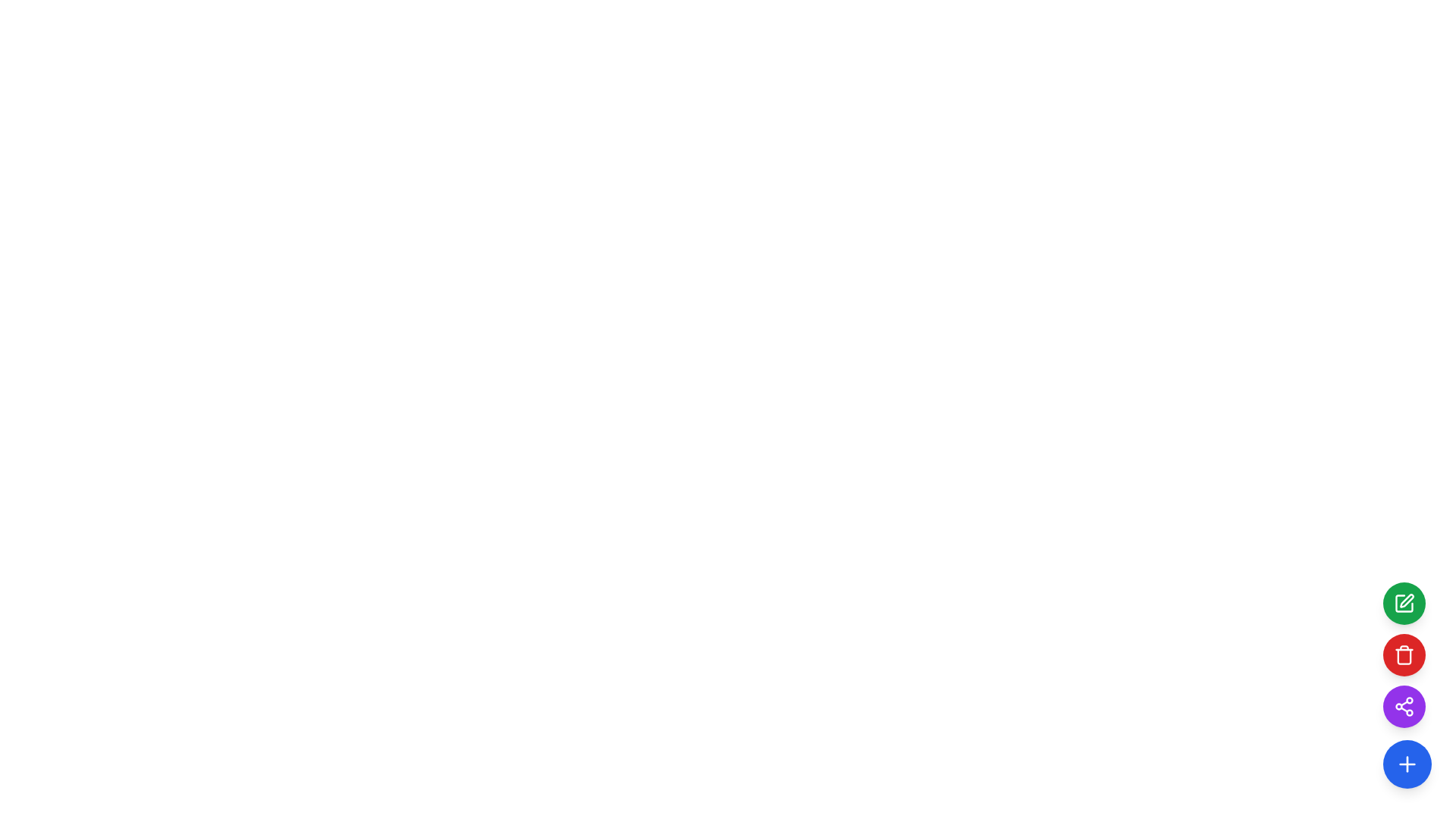  What do you see at coordinates (1404, 602) in the screenshot?
I see `the green circular button at the uppermost position of the vertical stack` at bounding box center [1404, 602].